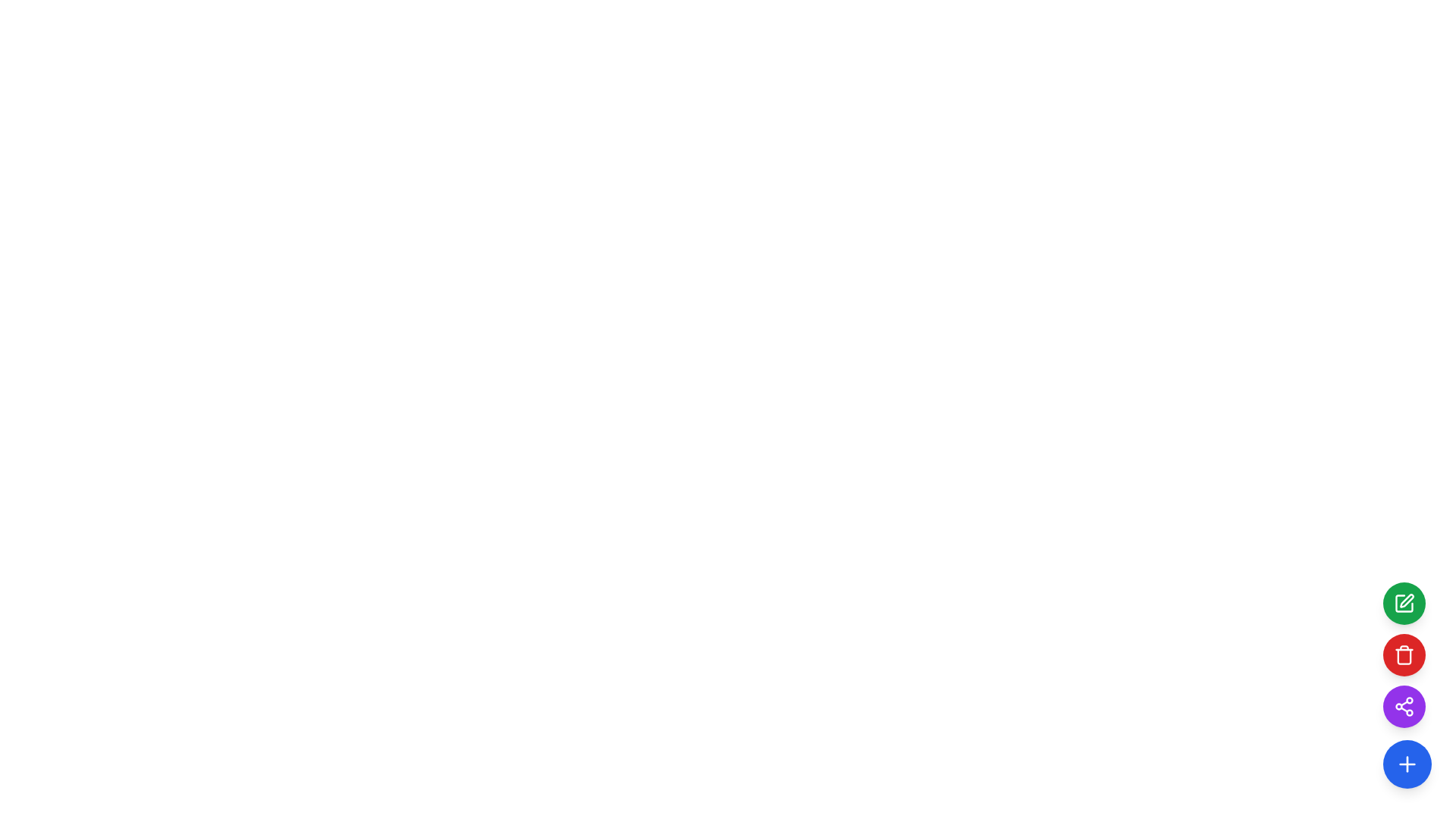  What do you see at coordinates (1404, 602) in the screenshot?
I see `the green circular button at the uppermost position of the vertical stack` at bounding box center [1404, 602].